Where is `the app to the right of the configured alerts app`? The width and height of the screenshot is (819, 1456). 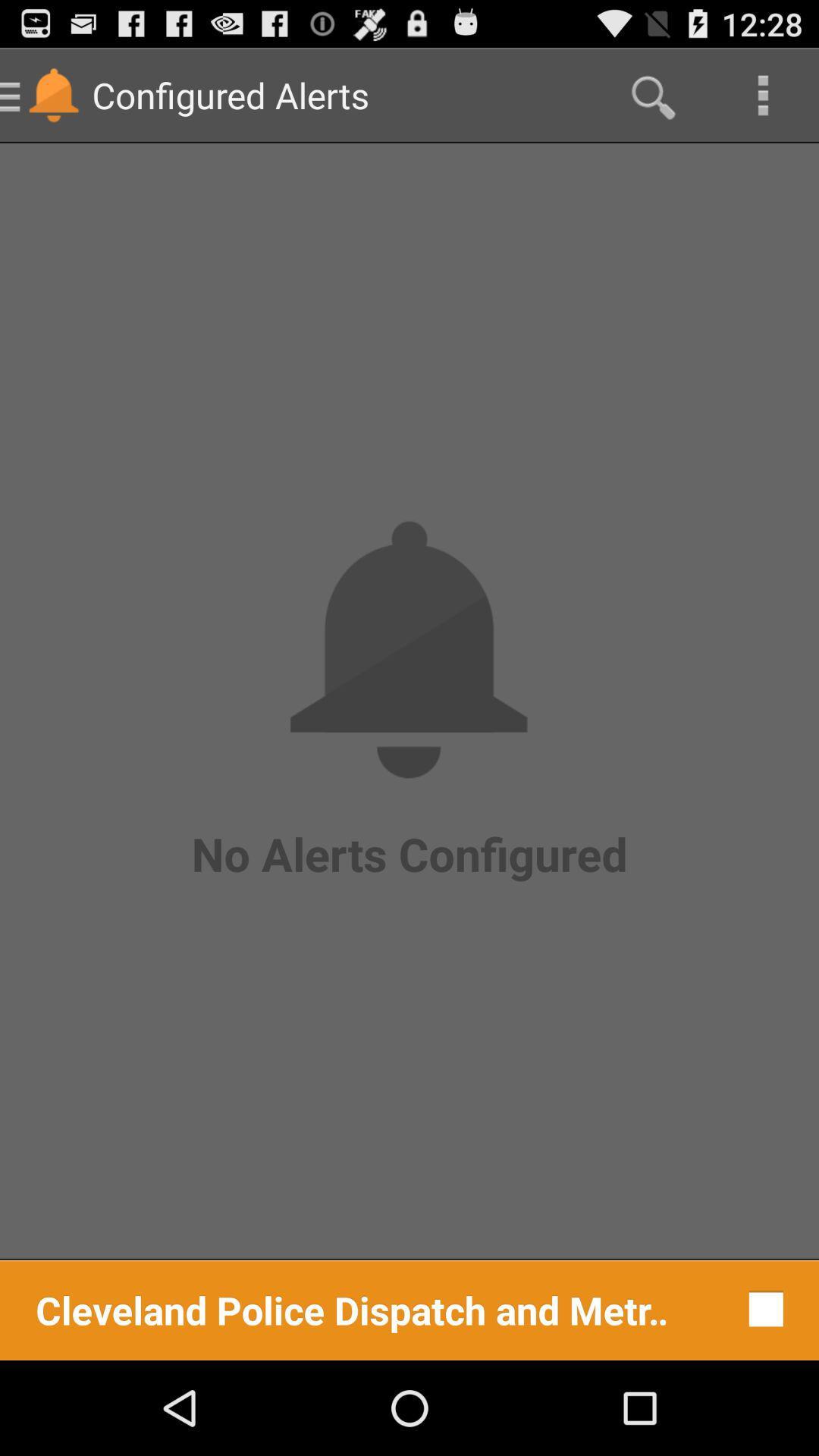
the app to the right of the configured alerts app is located at coordinates (651, 94).